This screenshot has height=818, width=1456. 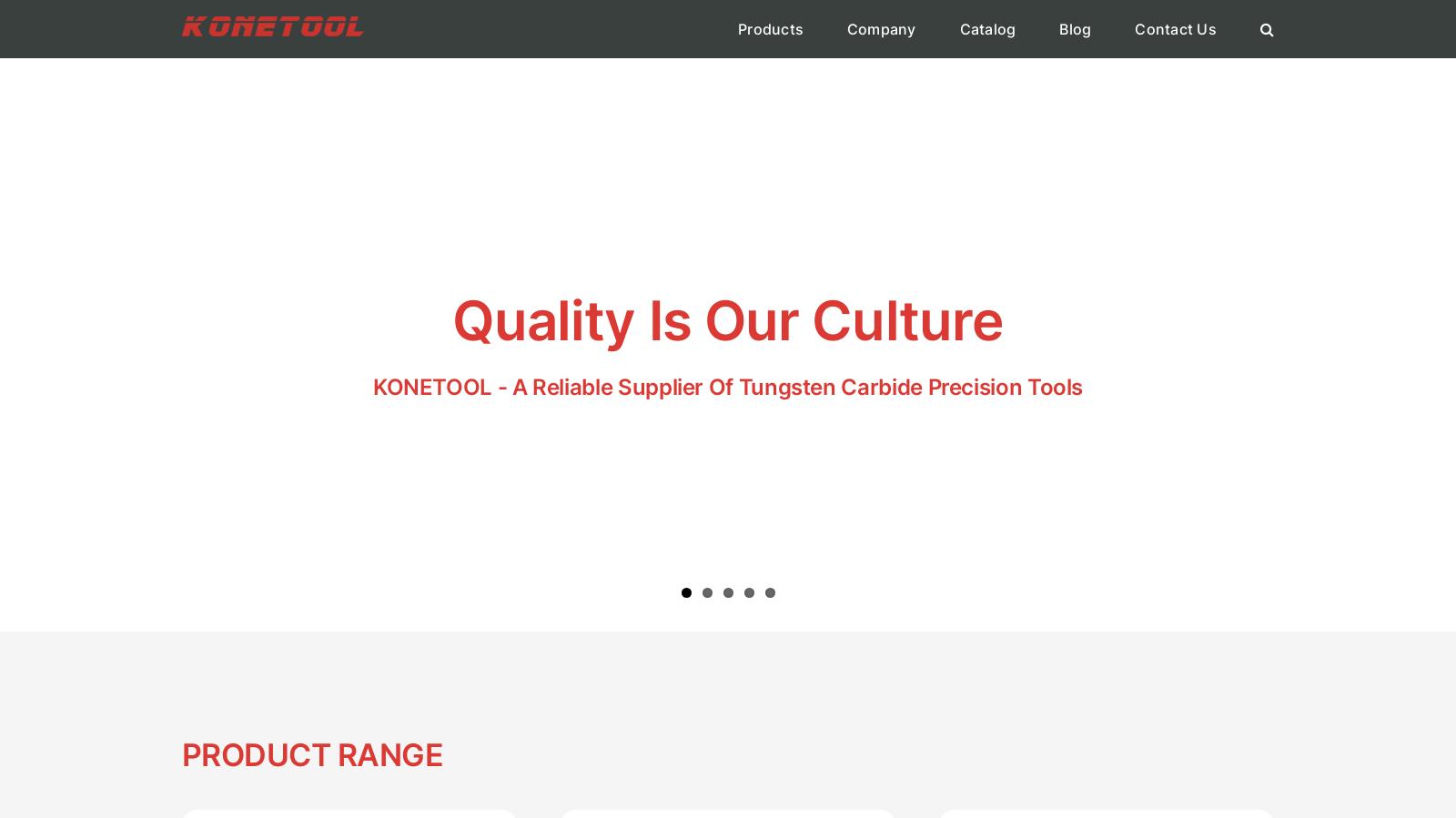 What do you see at coordinates (1075, 28) in the screenshot?
I see `'Blog'` at bounding box center [1075, 28].